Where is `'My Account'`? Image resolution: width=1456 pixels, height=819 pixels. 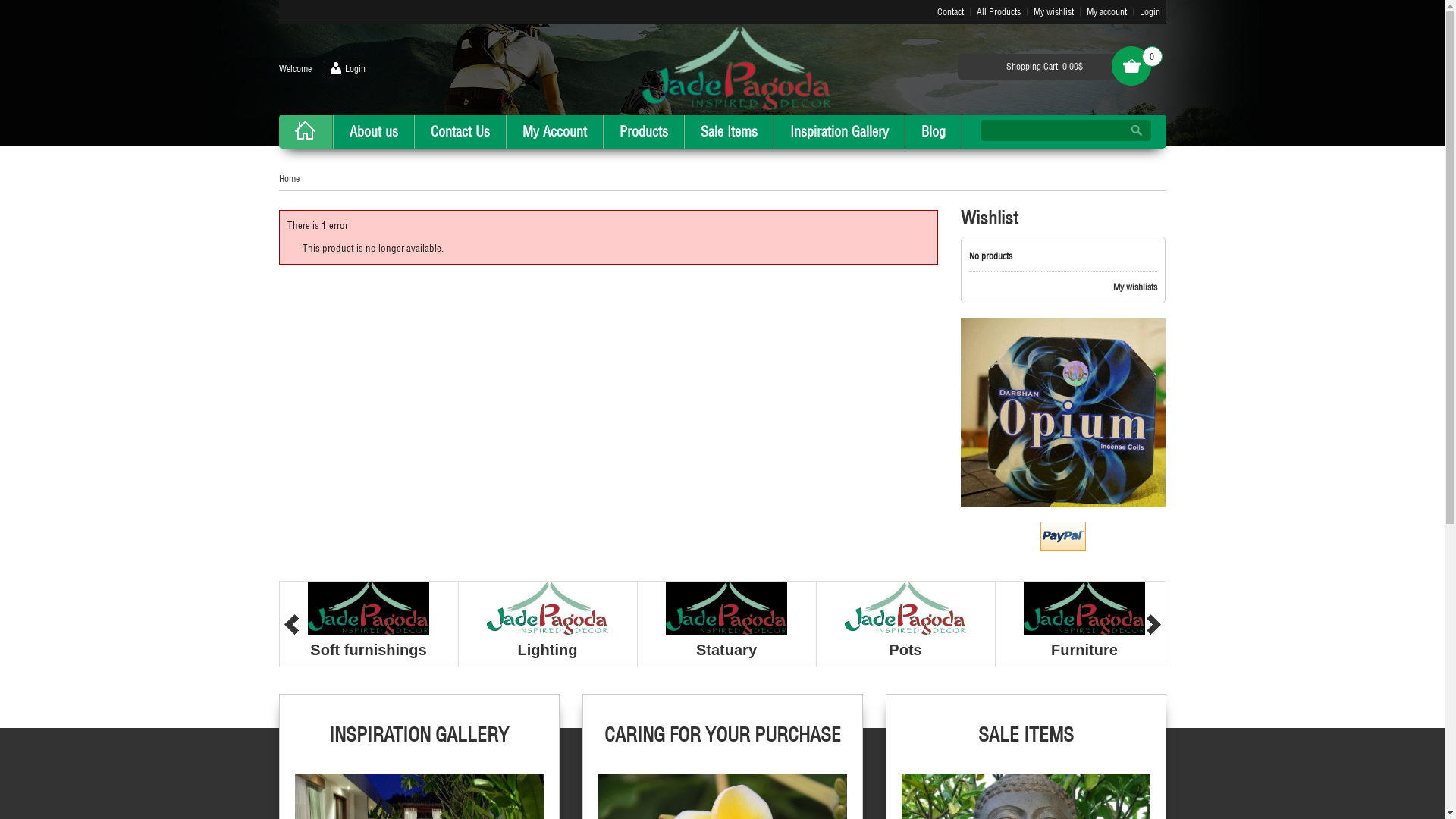 'My Account' is located at coordinates (506, 130).